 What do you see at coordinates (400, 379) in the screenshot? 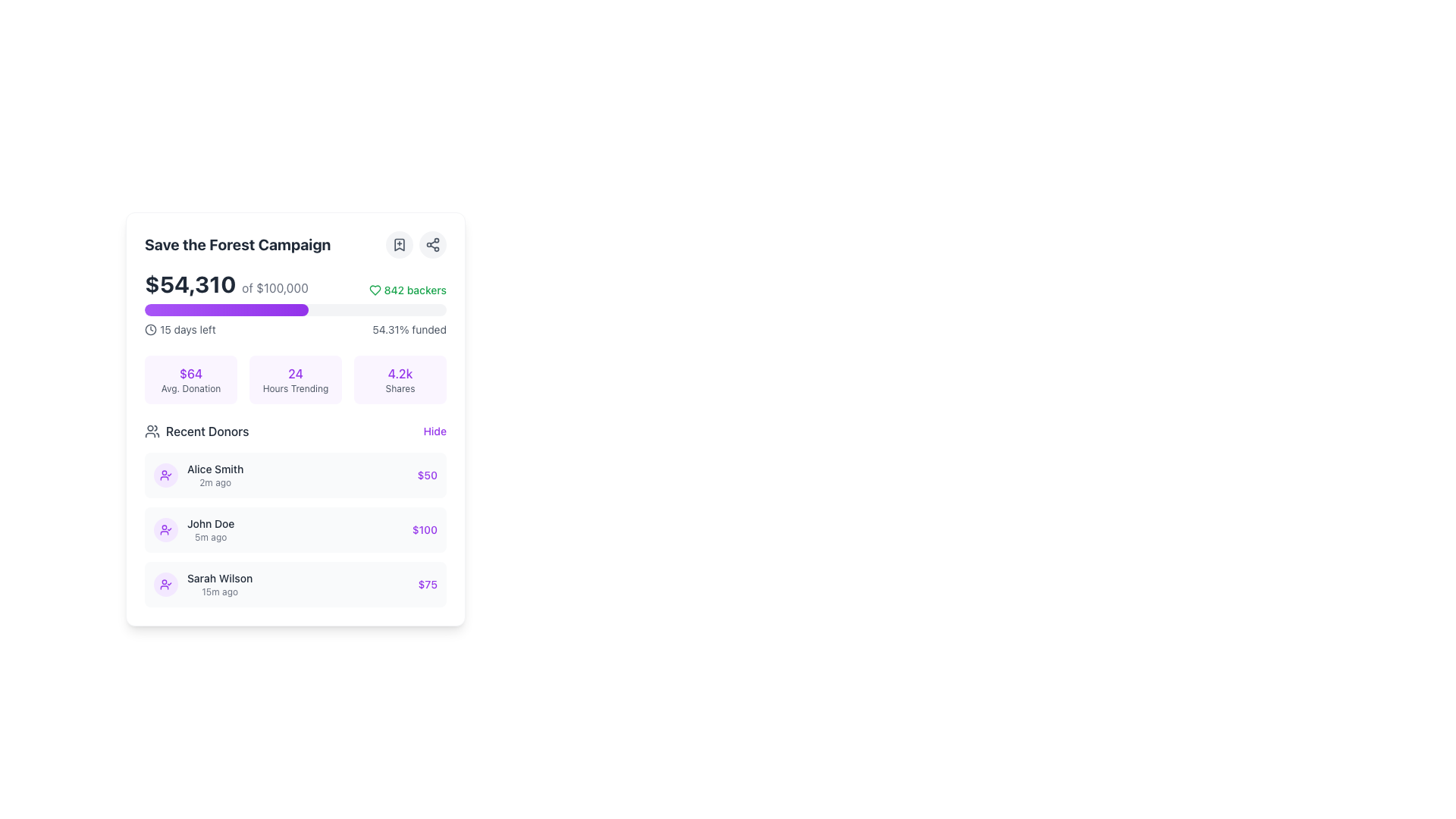
I see `the Display card that shows the count of shares related to a campaign, located in the rightmost column of a three-column layout` at bounding box center [400, 379].